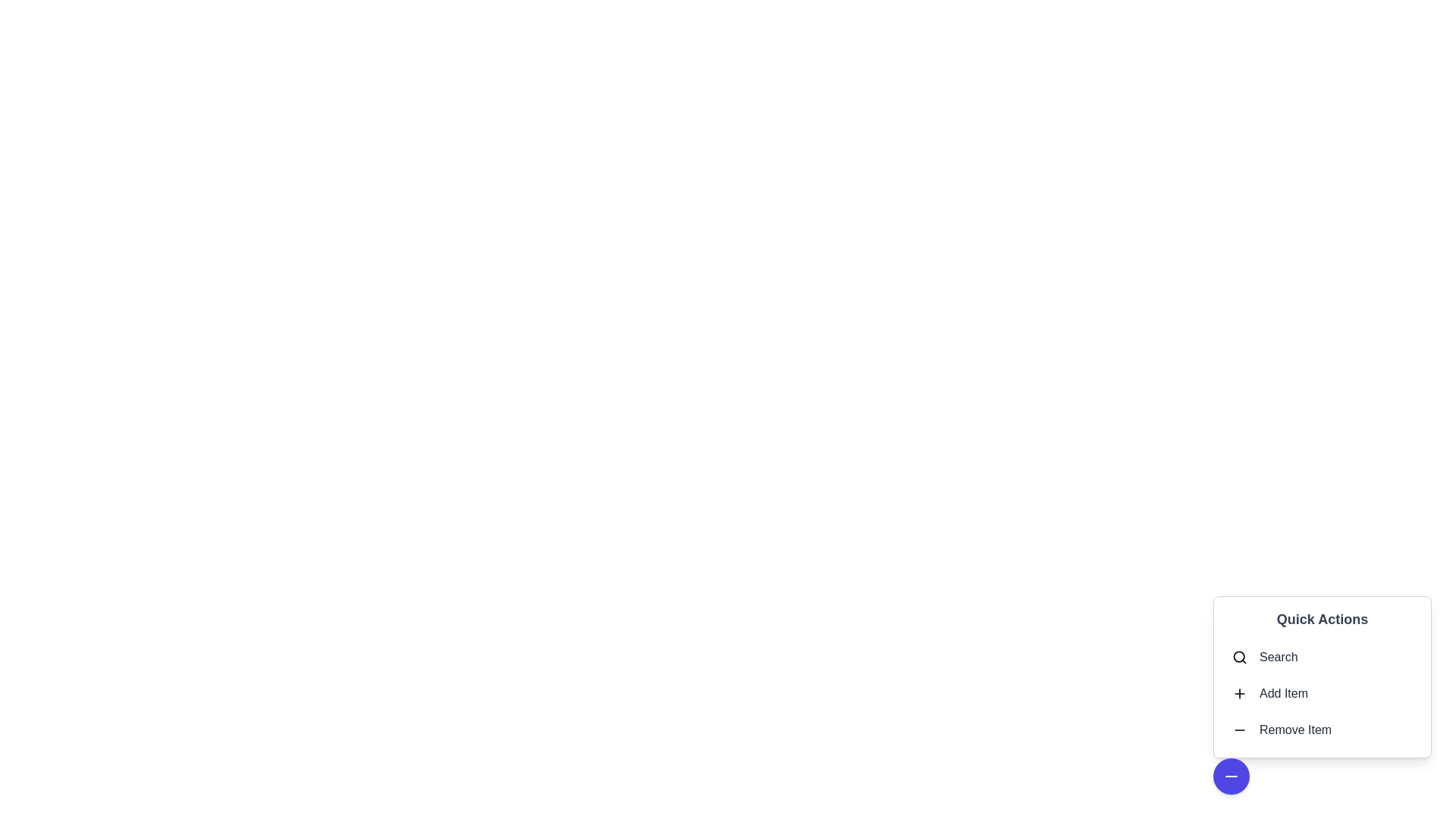 Image resolution: width=1456 pixels, height=819 pixels. Describe the element at coordinates (1278, 657) in the screenshot. I see `the 'Search' text label, which is styled with a grayish tone and located in the 'Quick Actions' section, slightly to the right of a search icon` at that location.